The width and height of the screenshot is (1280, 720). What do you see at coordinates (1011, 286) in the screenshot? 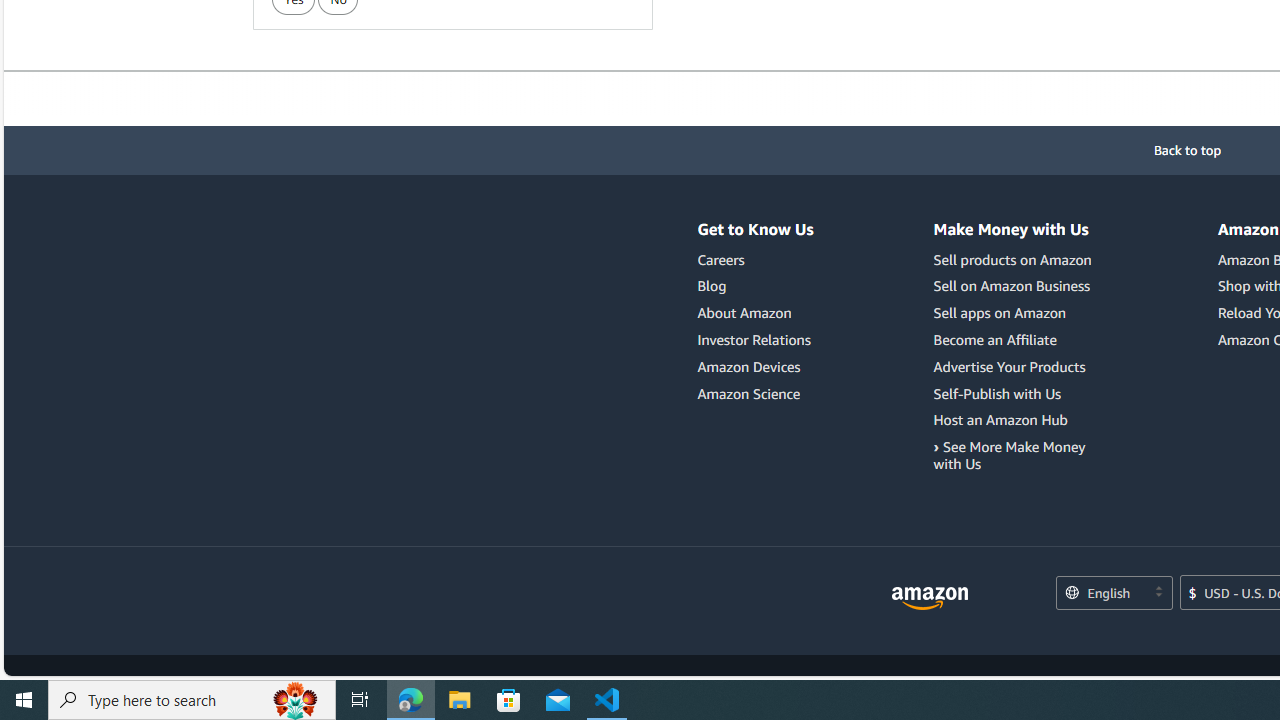
I see `'Sell on Amazon Business'` at bounding box center [1011, 286].